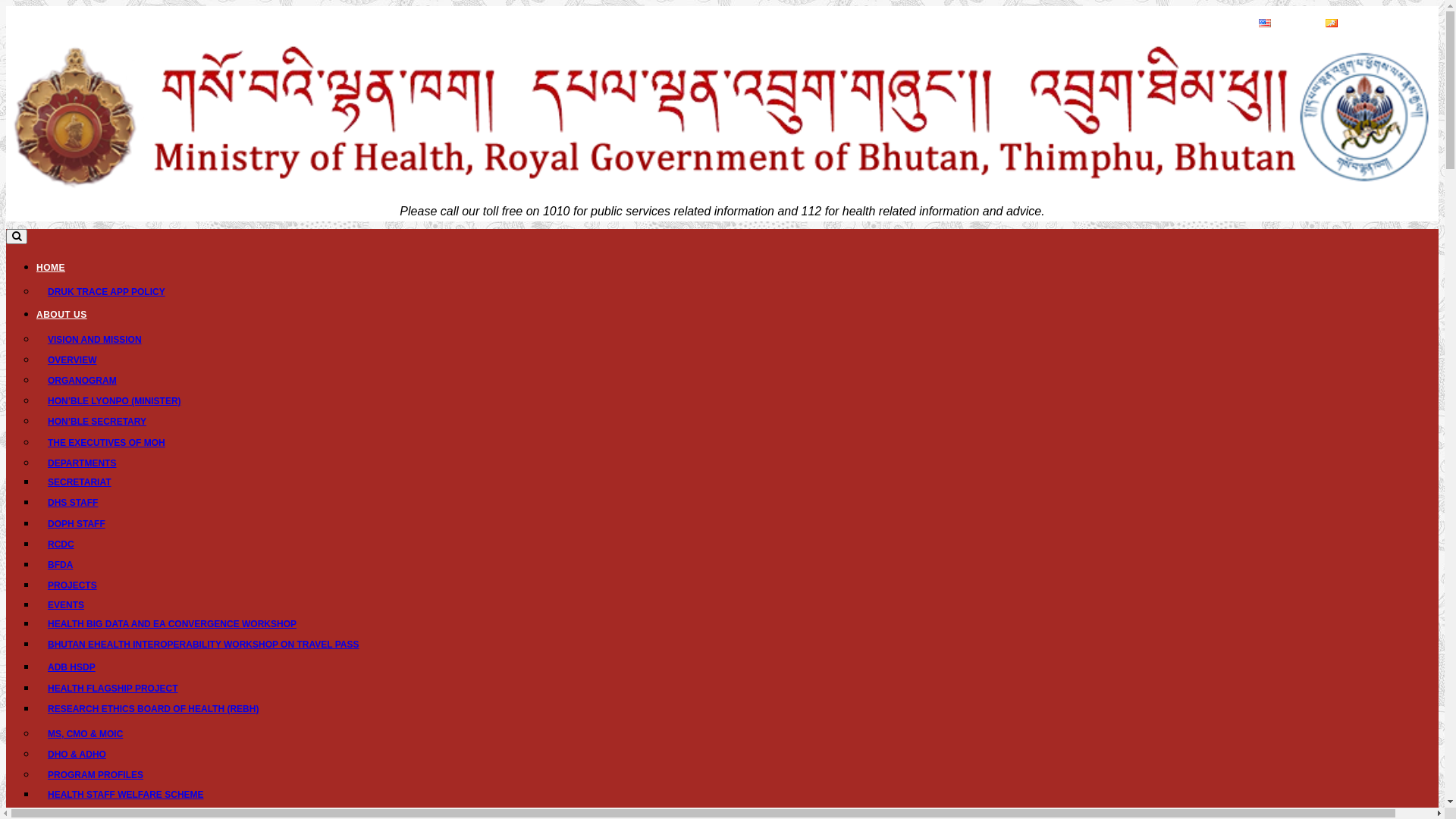 The image size is (1456, 819). Describe the element at coordinates (105, 292) in the screenshot. I see `'DRUK TRACE APP POLICY'` at that location.